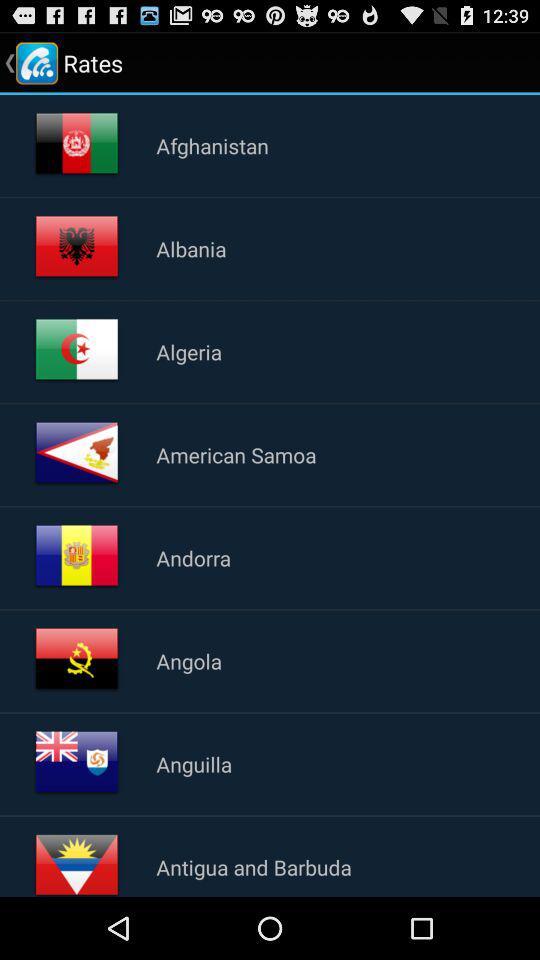  I want to click on anguilla app, so click(194, 763).